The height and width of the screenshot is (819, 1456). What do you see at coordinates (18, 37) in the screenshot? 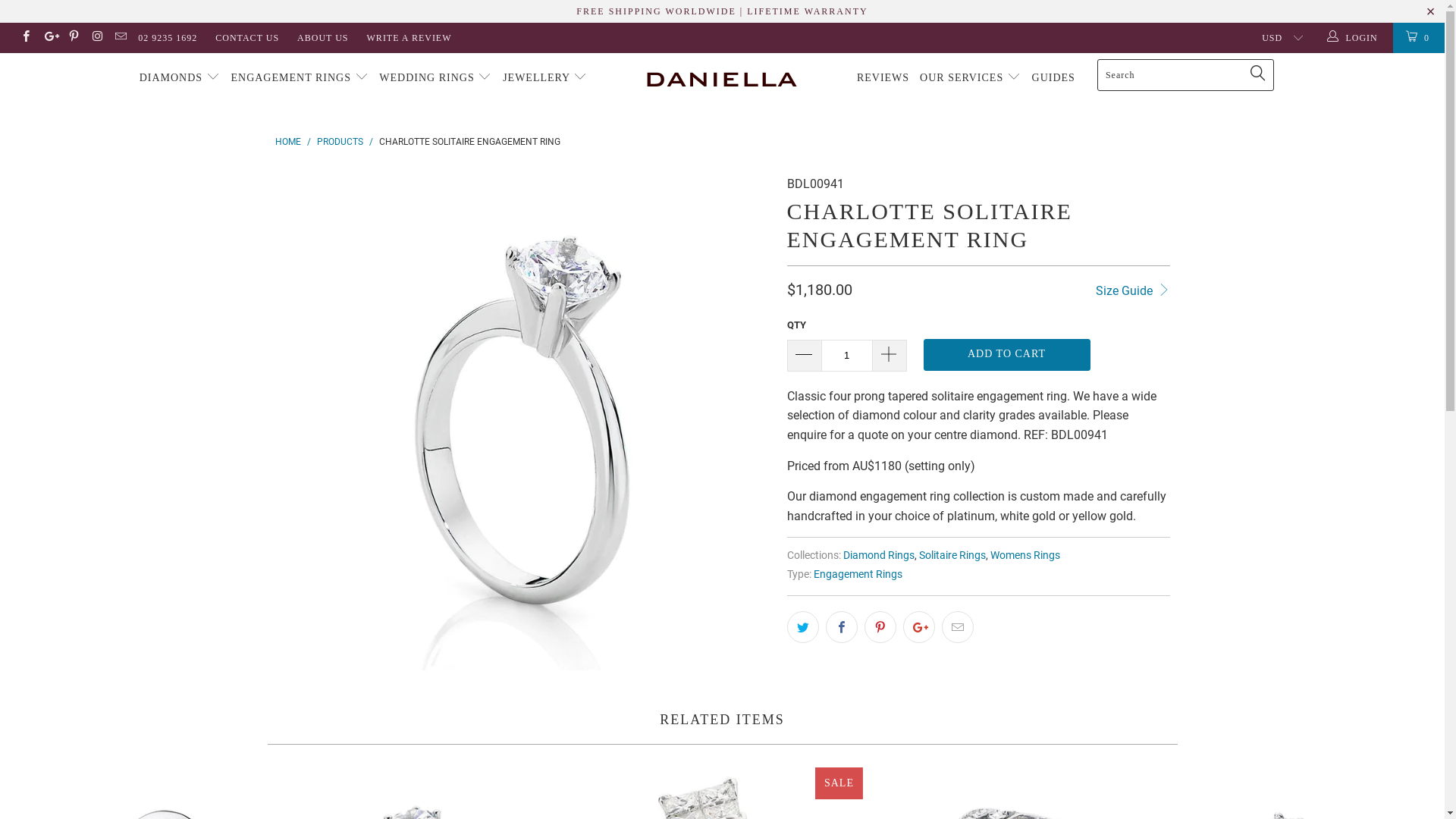
I see `'Daniella Jewellers on Facebook'` at bounding box center [18, 37].